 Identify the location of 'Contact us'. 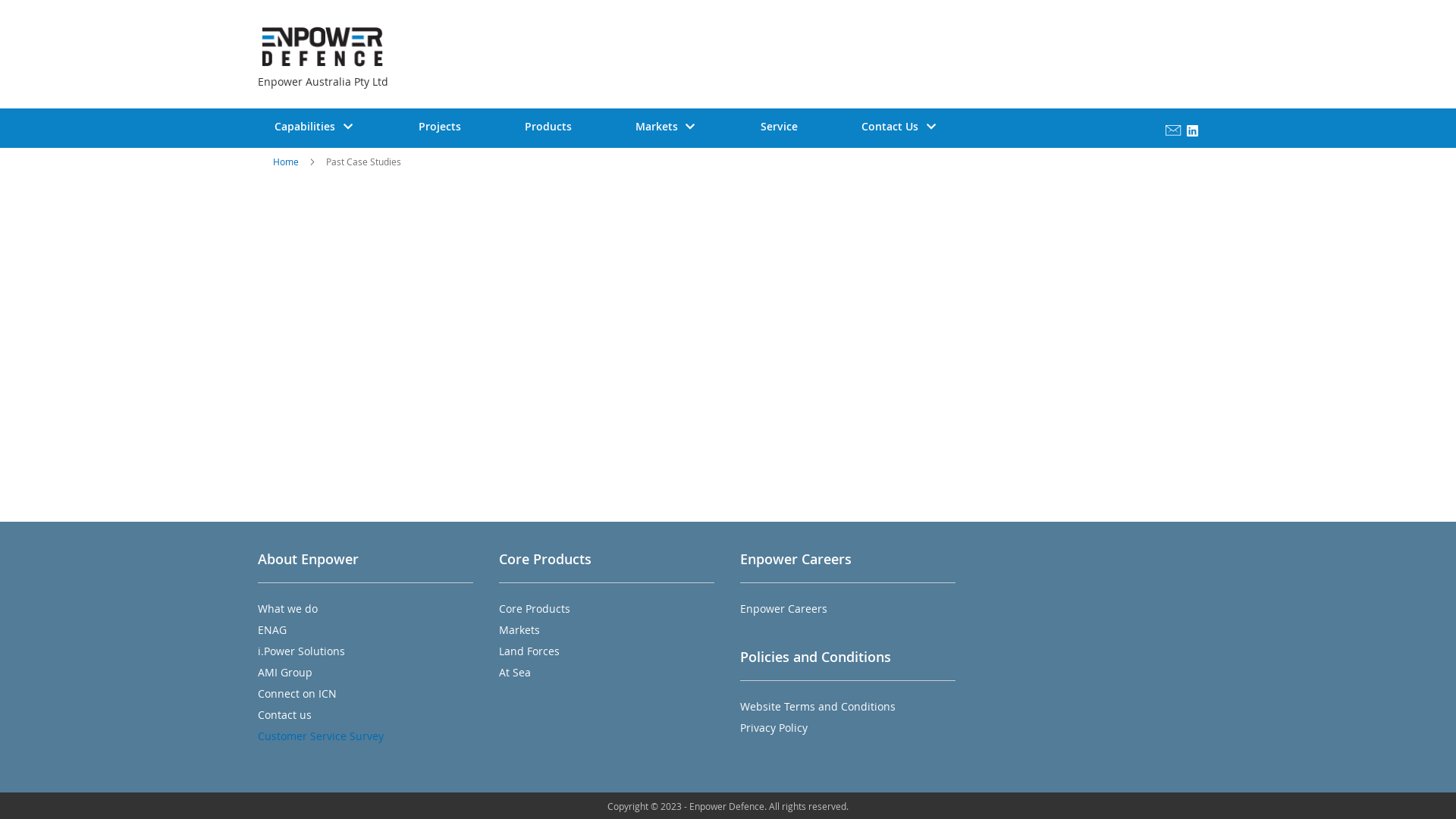
(258, 714).